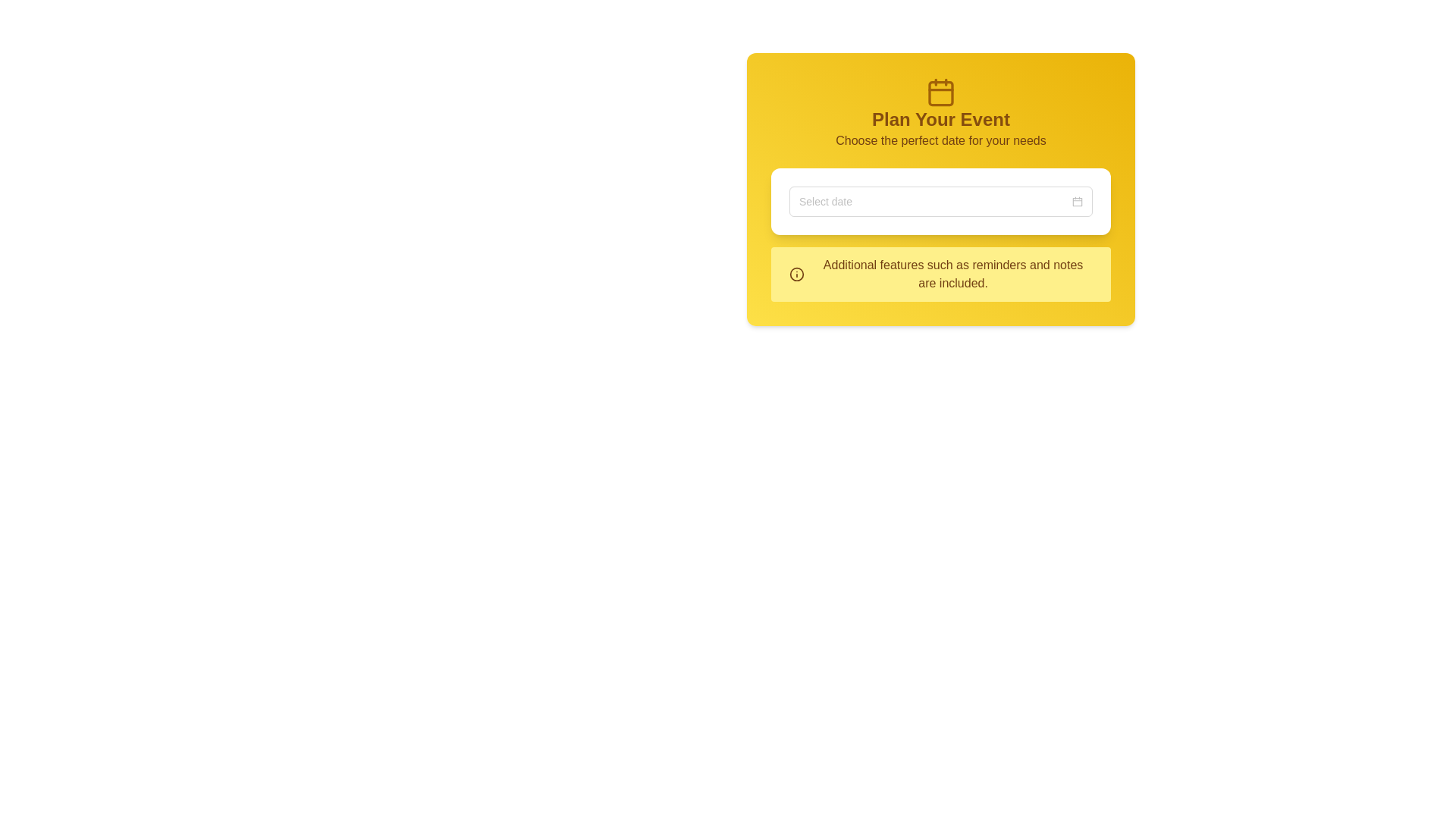 This screenshot has height=819, width=1456. I want to click on the date selection icon located at the right edge of the input field within the yellow event planning card, so click(1076, 201).